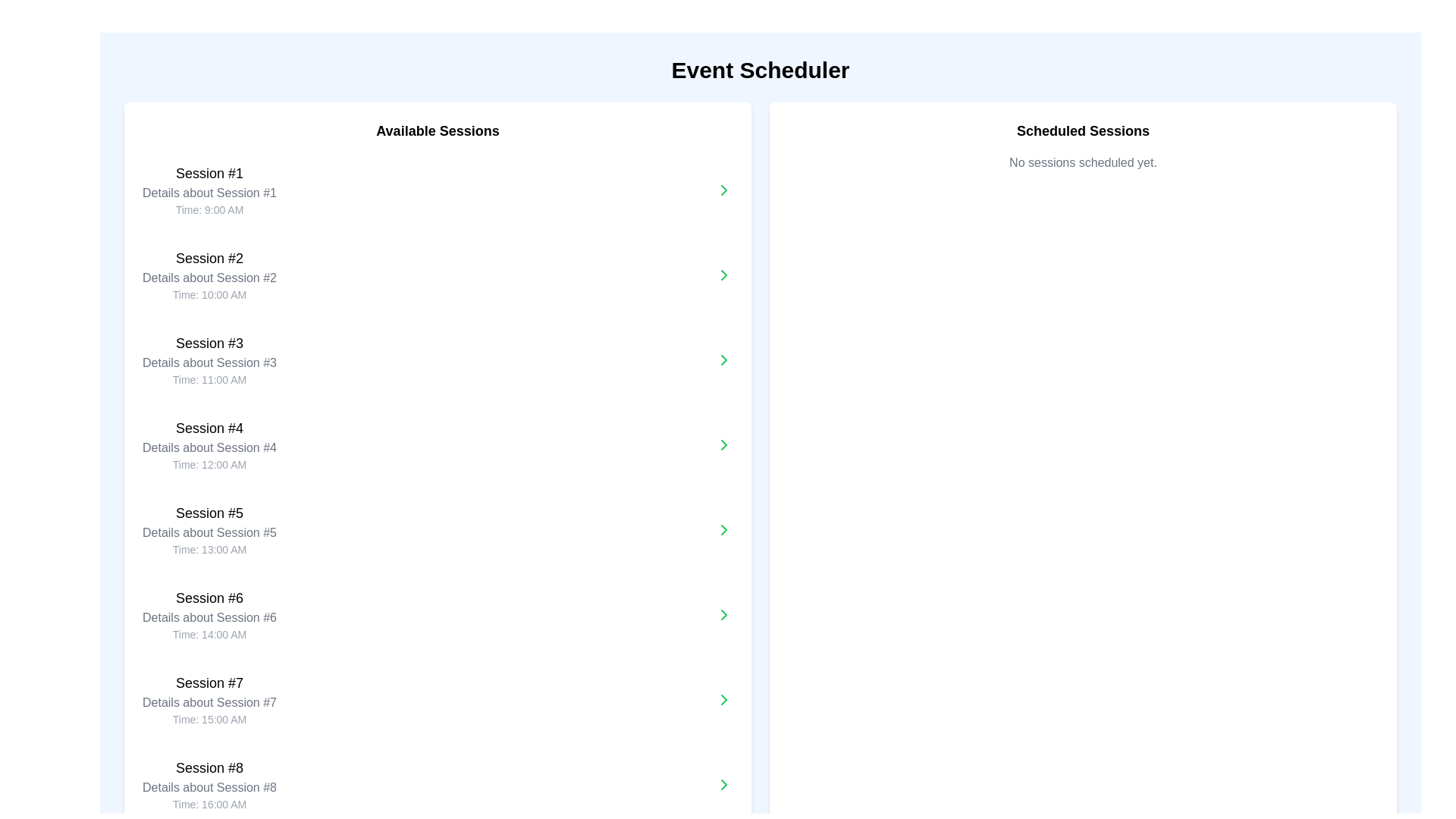  Describe the element at coordinates (209, 513) in the screenshot. I see `the text label displaying 'Session #5', which is positioned in the left column titled 'Available Sessions' and is the fifth session label in the list` at that location.